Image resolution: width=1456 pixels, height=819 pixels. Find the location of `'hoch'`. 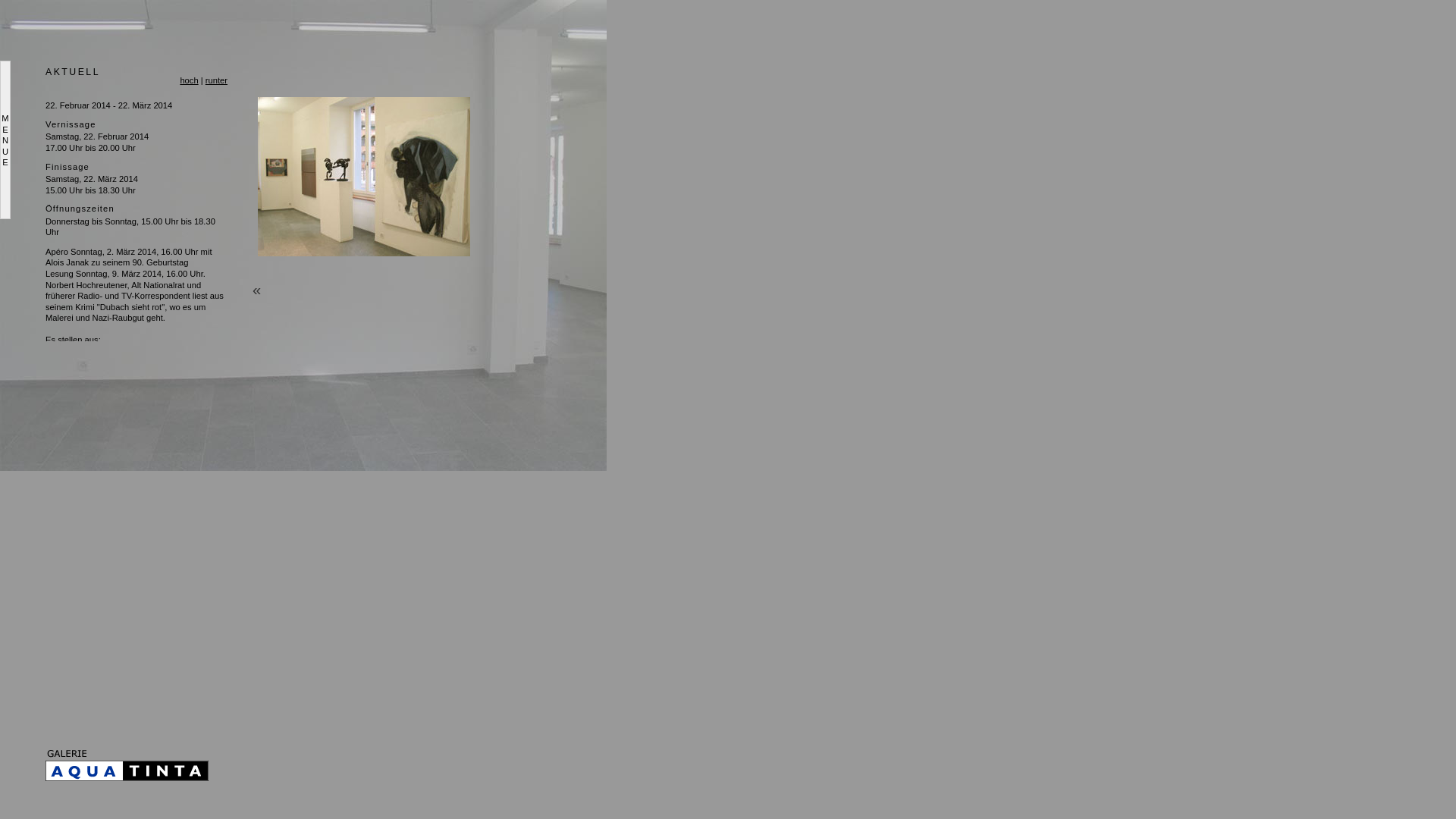

'hoch' is located at coordinates (188, 80).